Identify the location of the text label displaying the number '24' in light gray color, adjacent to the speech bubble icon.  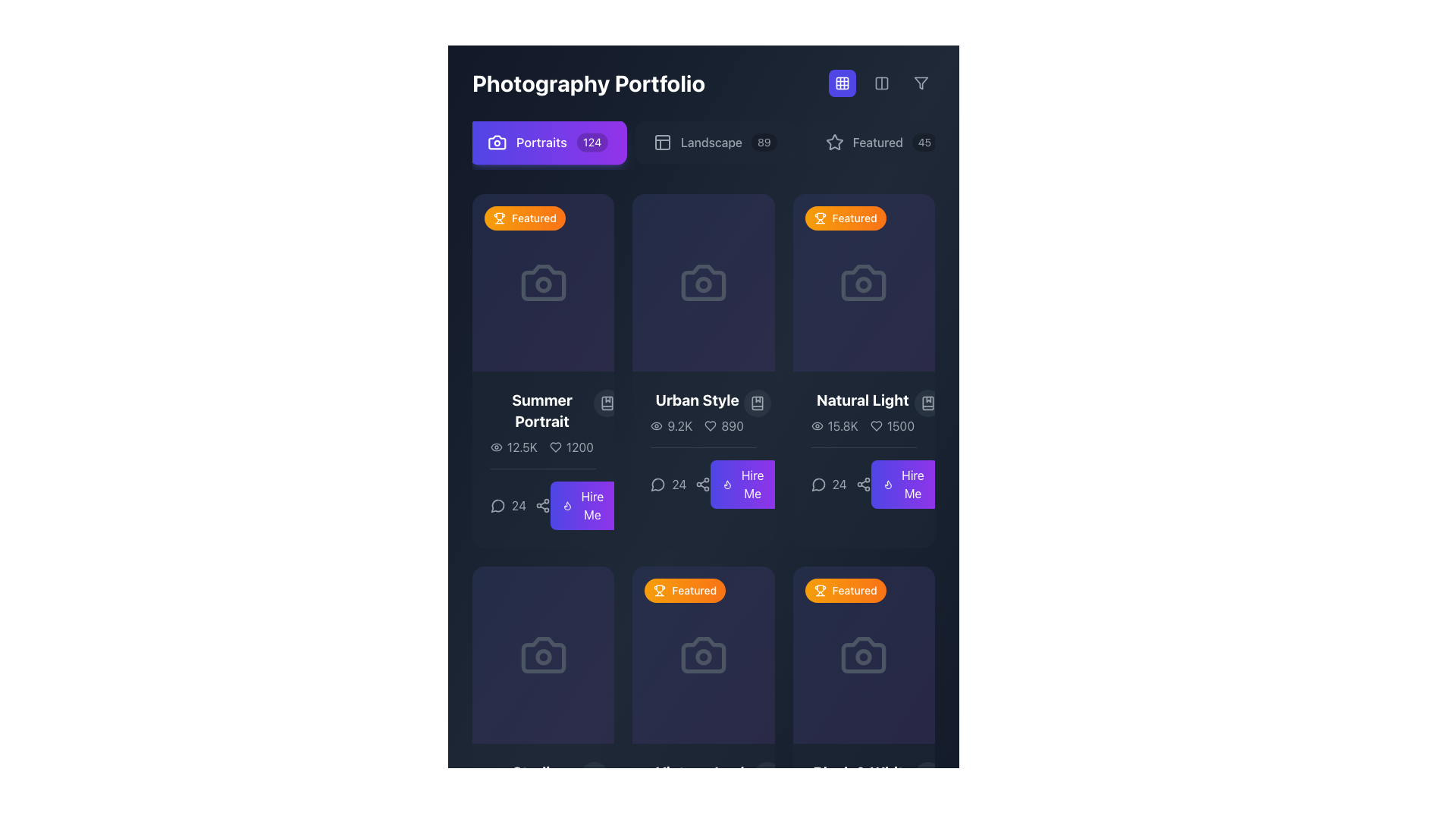
(508, 506).